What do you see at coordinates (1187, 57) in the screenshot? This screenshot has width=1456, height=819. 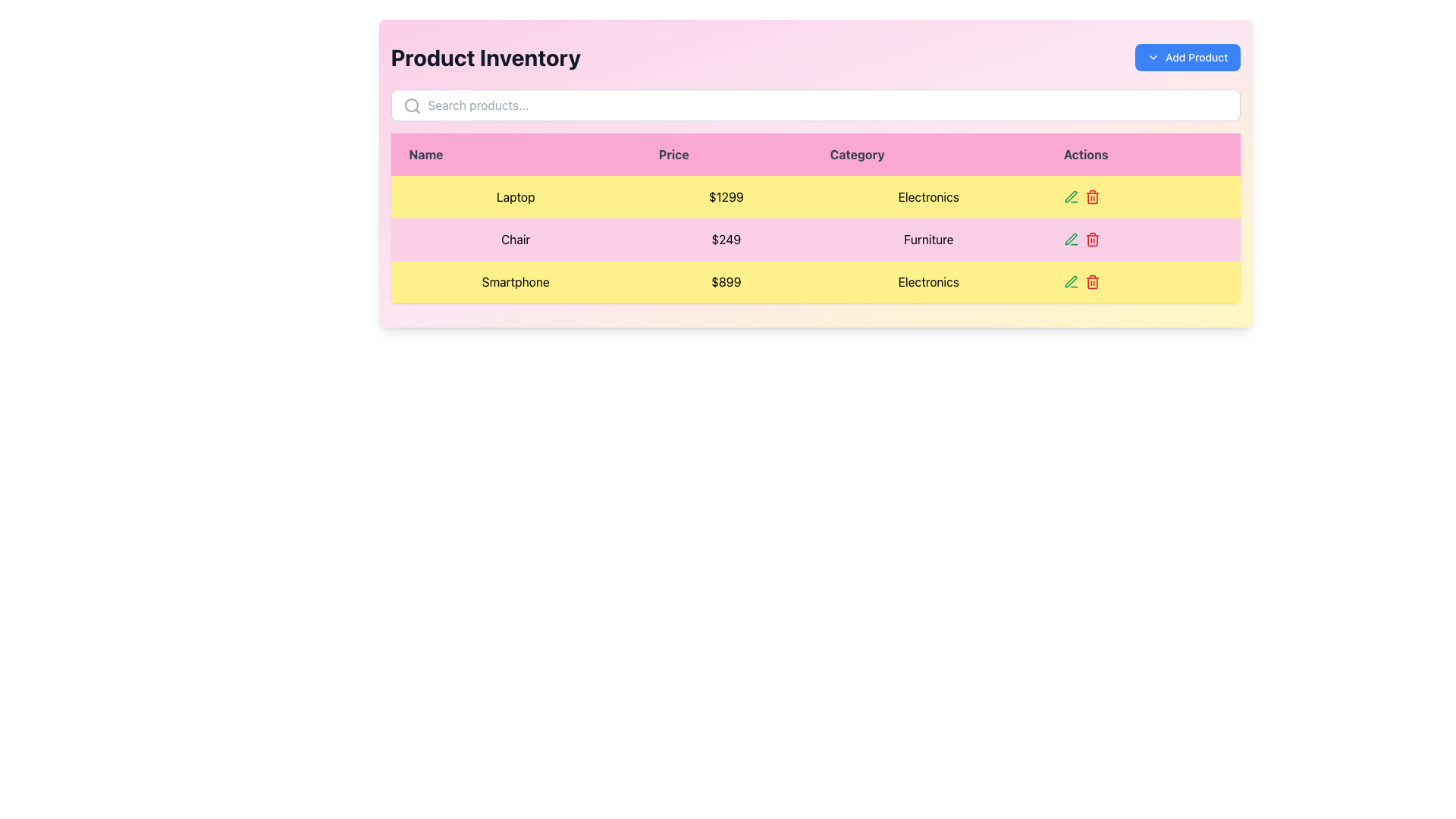 I see `the blue 'Add Product' button with a dropdown indicator located at the top right corner of the interface` at bounding box center [1187, 57].